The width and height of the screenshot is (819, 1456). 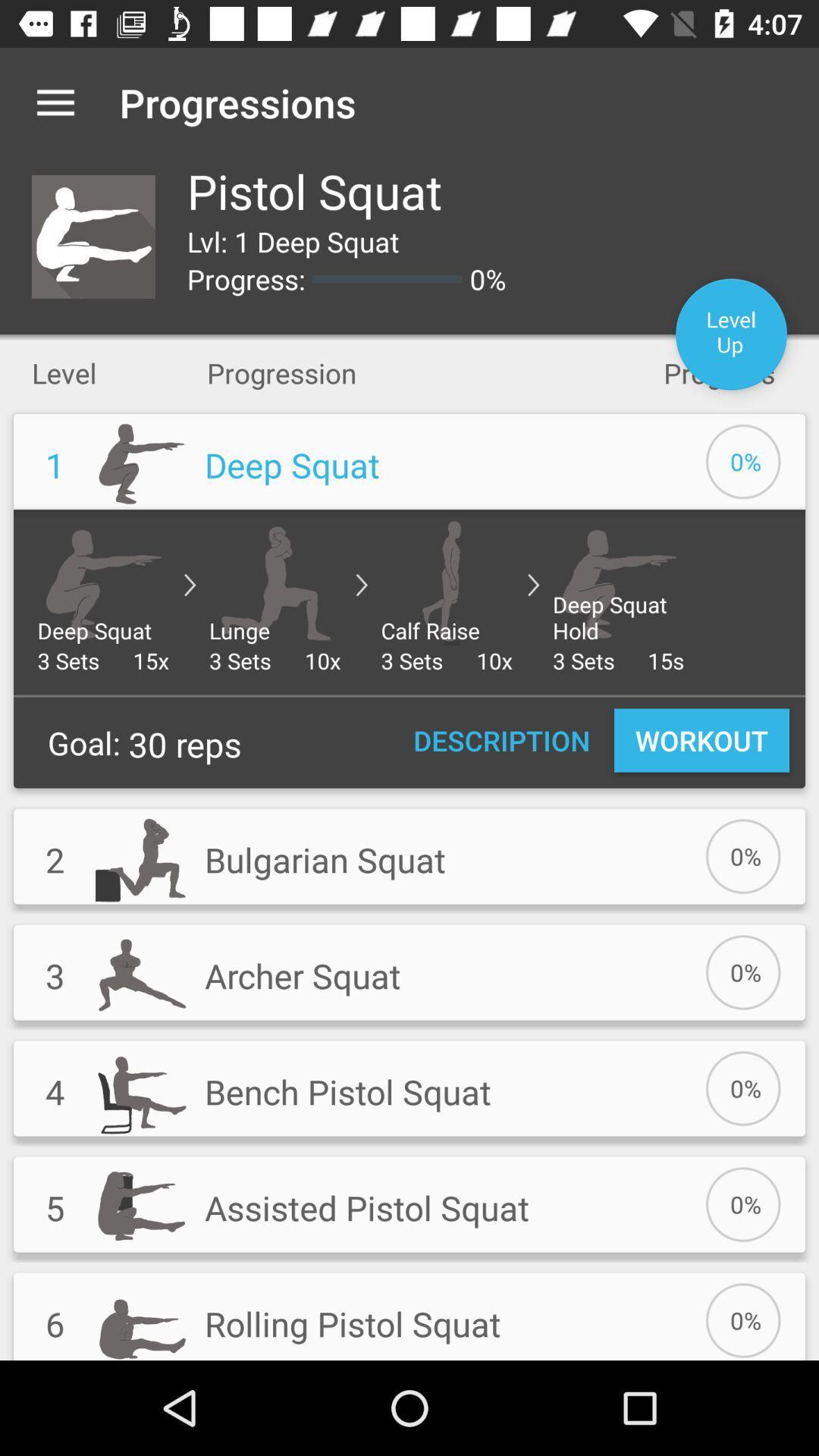 I want to click on the icon above bulgarian squat, so click(x=501, y=740).